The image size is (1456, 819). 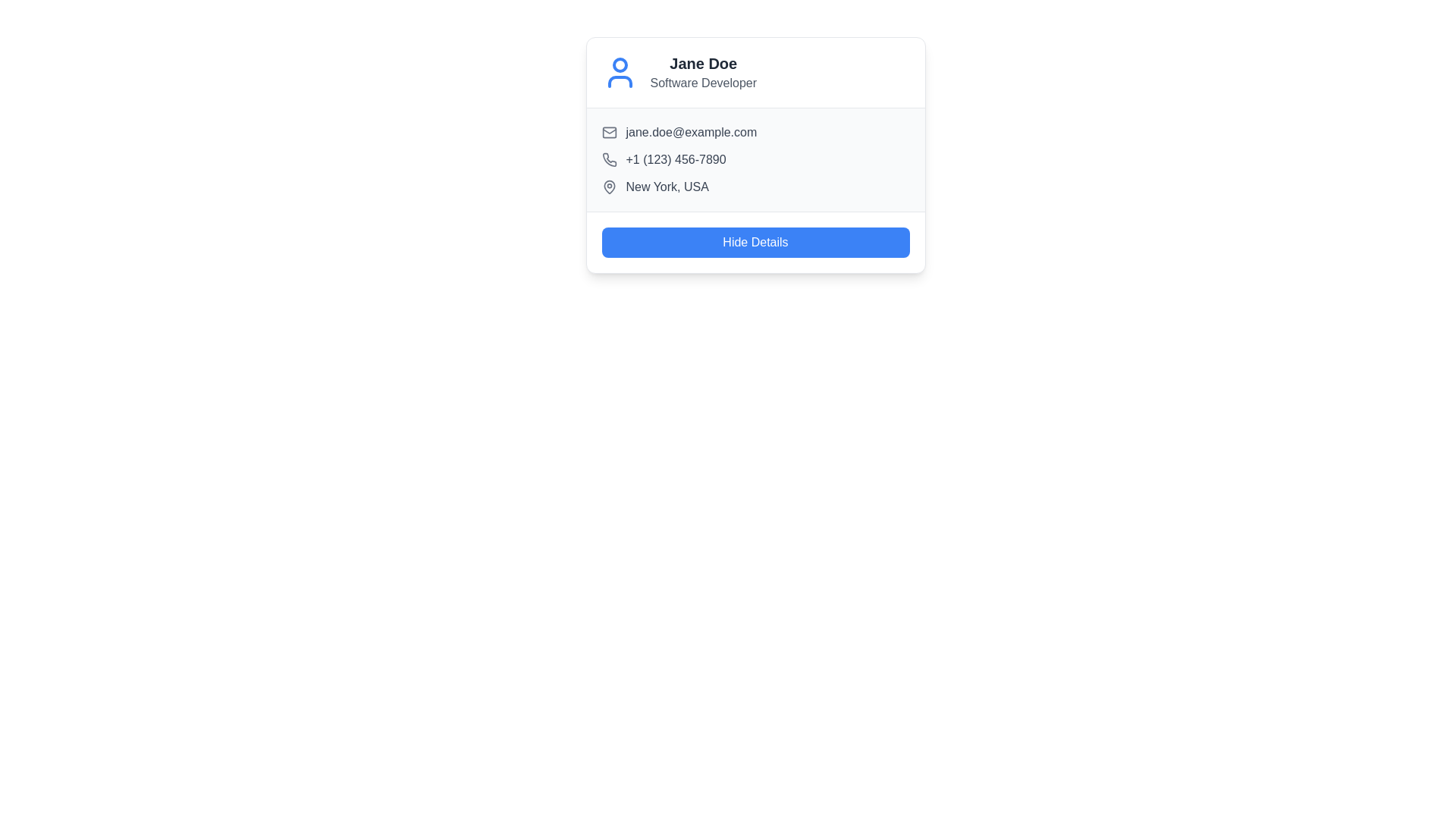 I want to click on user's name label displayed at the top of the user profile card for styling details, so click(x=702, y=63).